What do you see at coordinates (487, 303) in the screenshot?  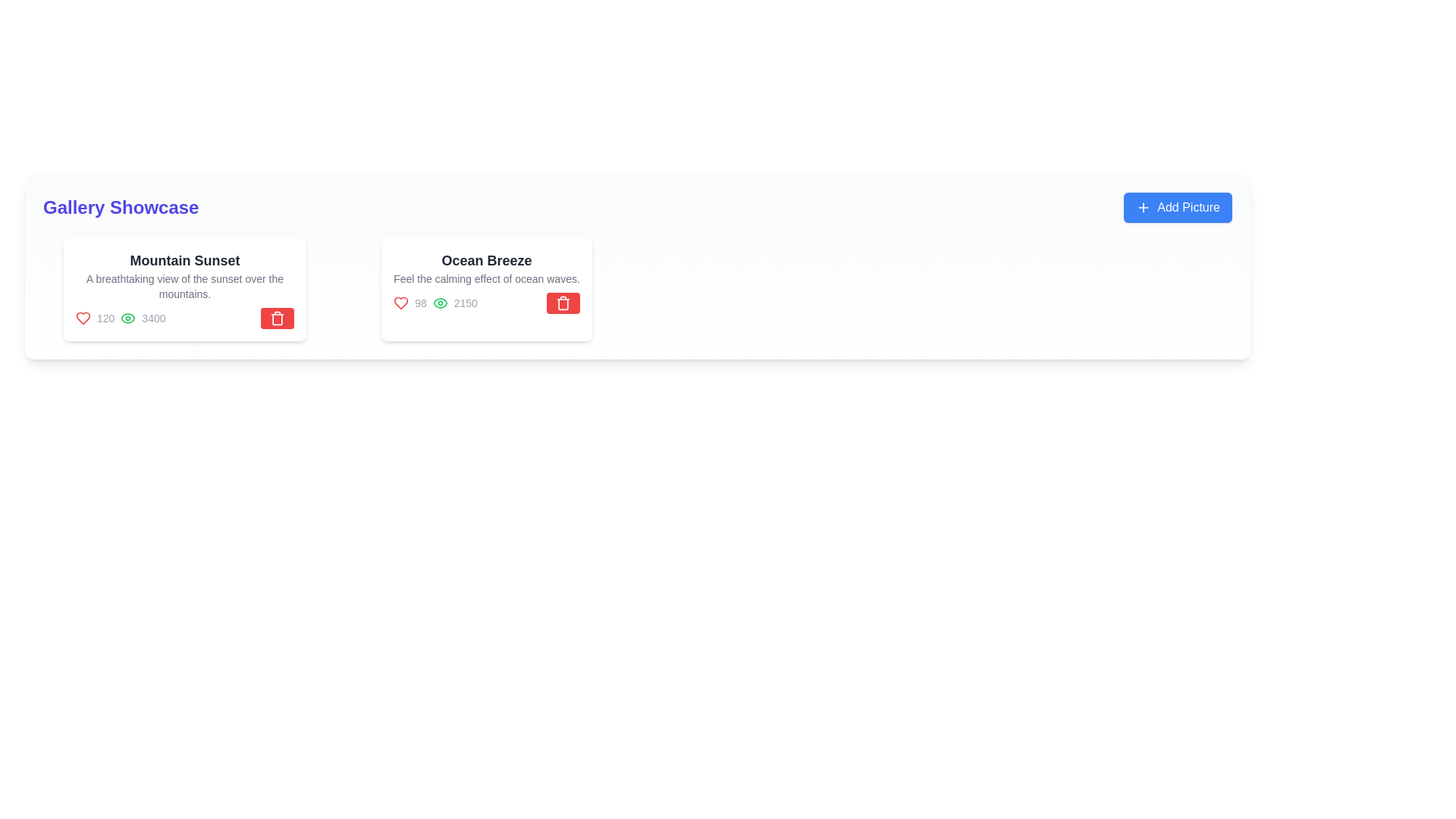 I see `the Statistical display with icons that shows likes and views for the 'Ocean Breeze' card, located at the bottom section next to the red delete button` at bounding box center [487, 303].